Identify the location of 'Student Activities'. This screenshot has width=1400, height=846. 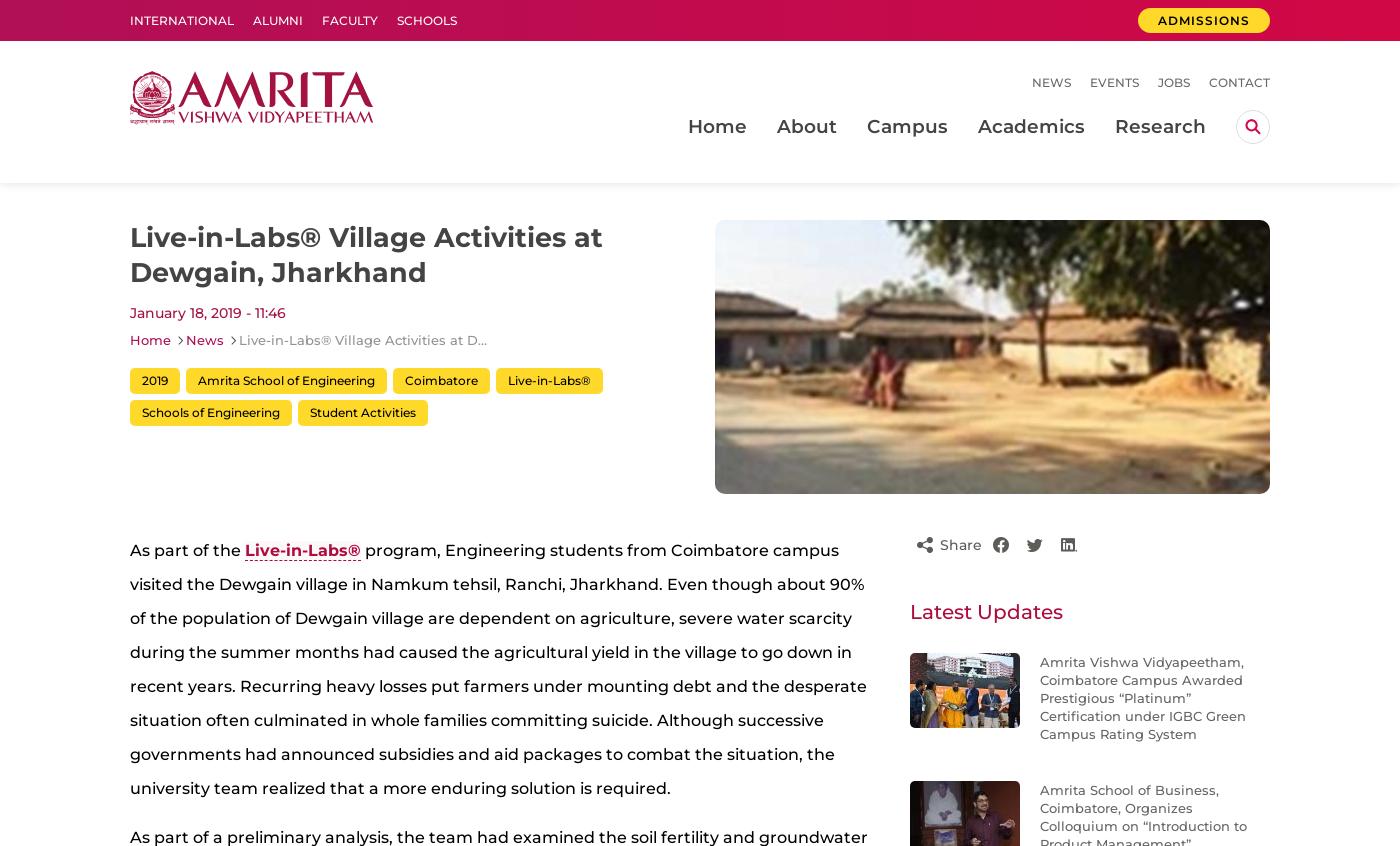
(363, 411).